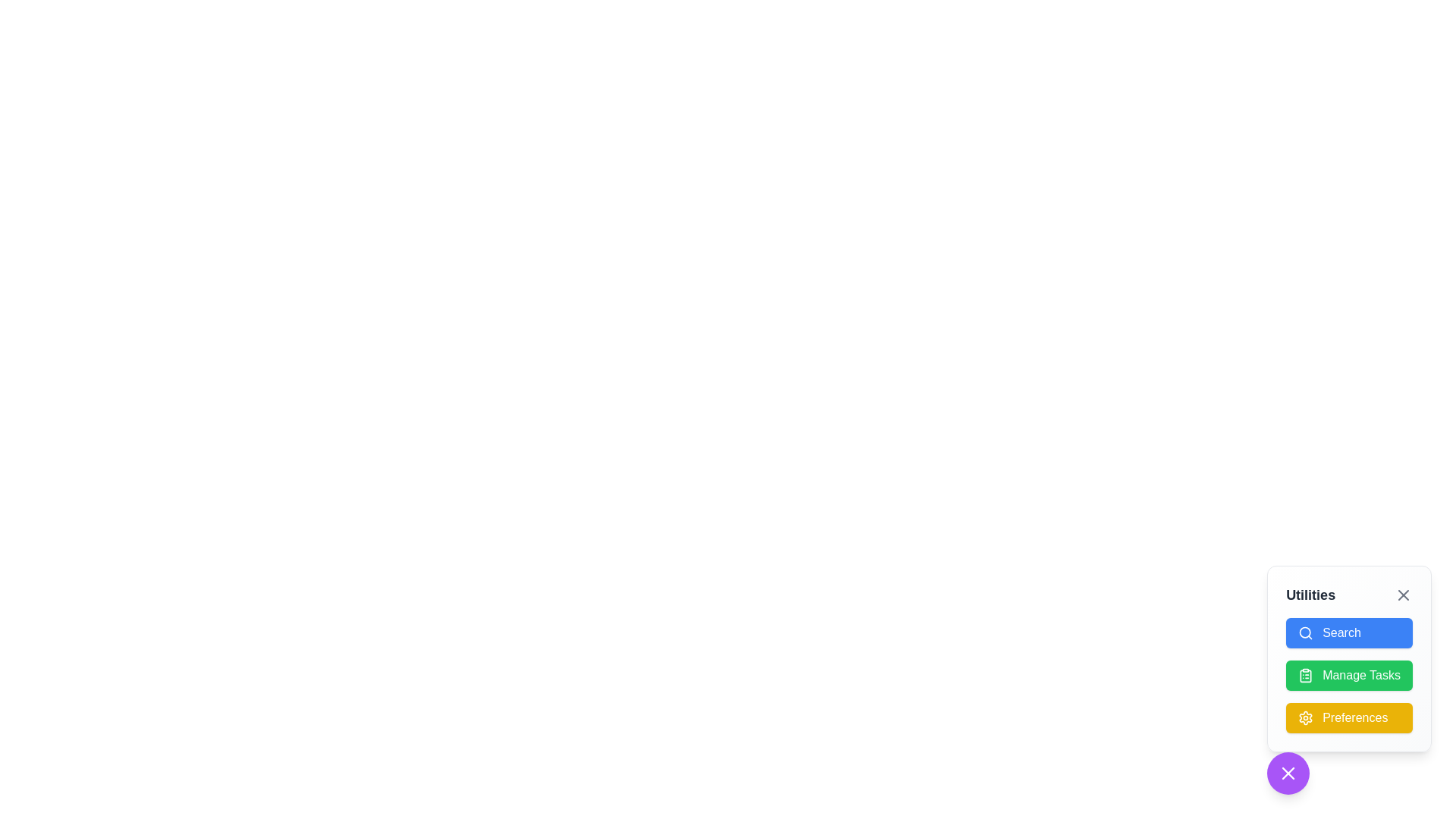 This screenshot has width=1456, height=819. Describe the element at coordinates (1349, 675) in the screenshot. I see `the task management button located in the Utilities menu, which is the second button in a vertical stack between the blue 'Search' button and the yellow 'Preferences' button, to observe potential hover effects` at that location.